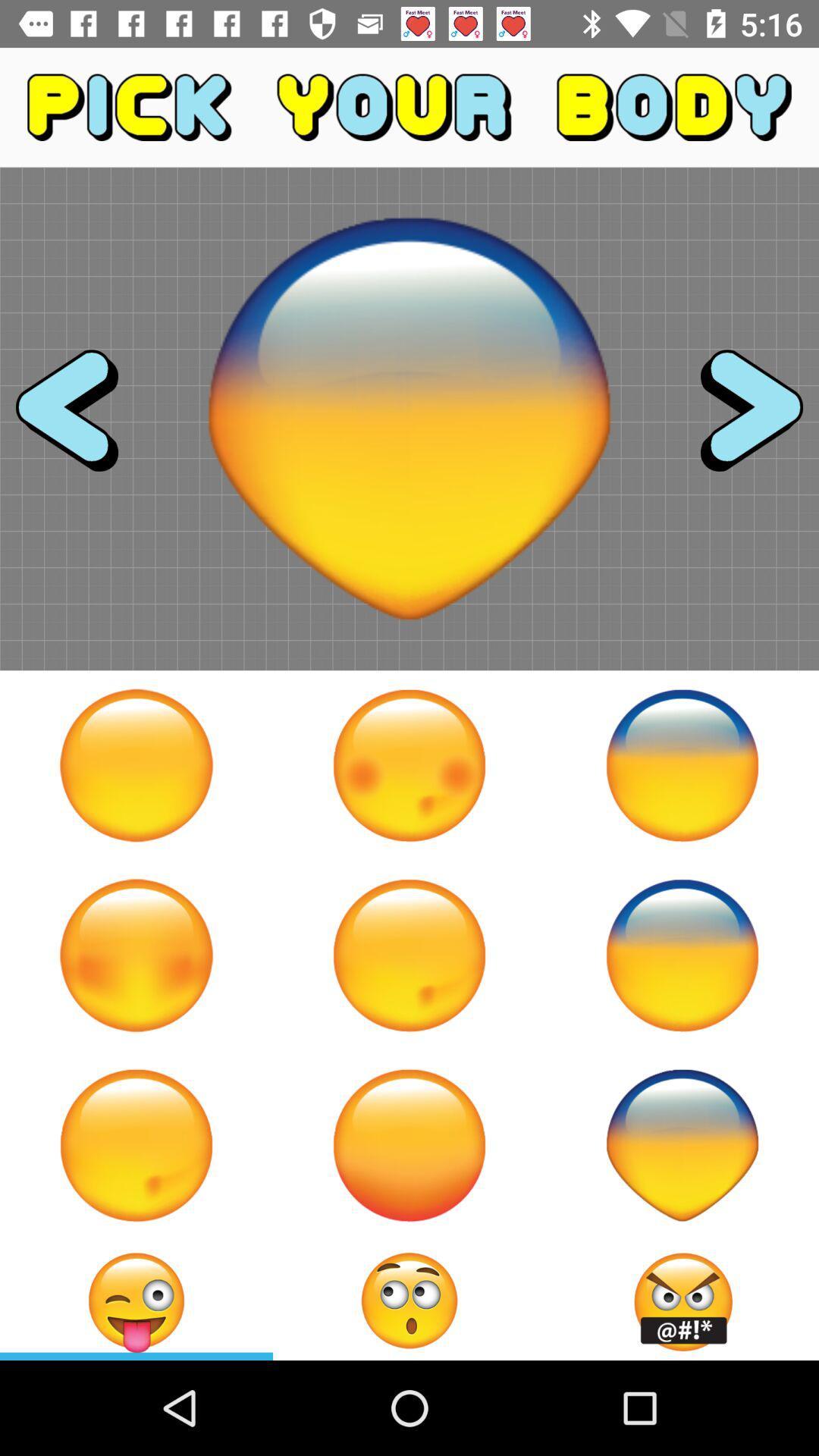 This screenshot has height=1456, width=819. Describe the element at coordinates (681, 954) in the screenshot. I see `selects a face type for an emoji` at that location.